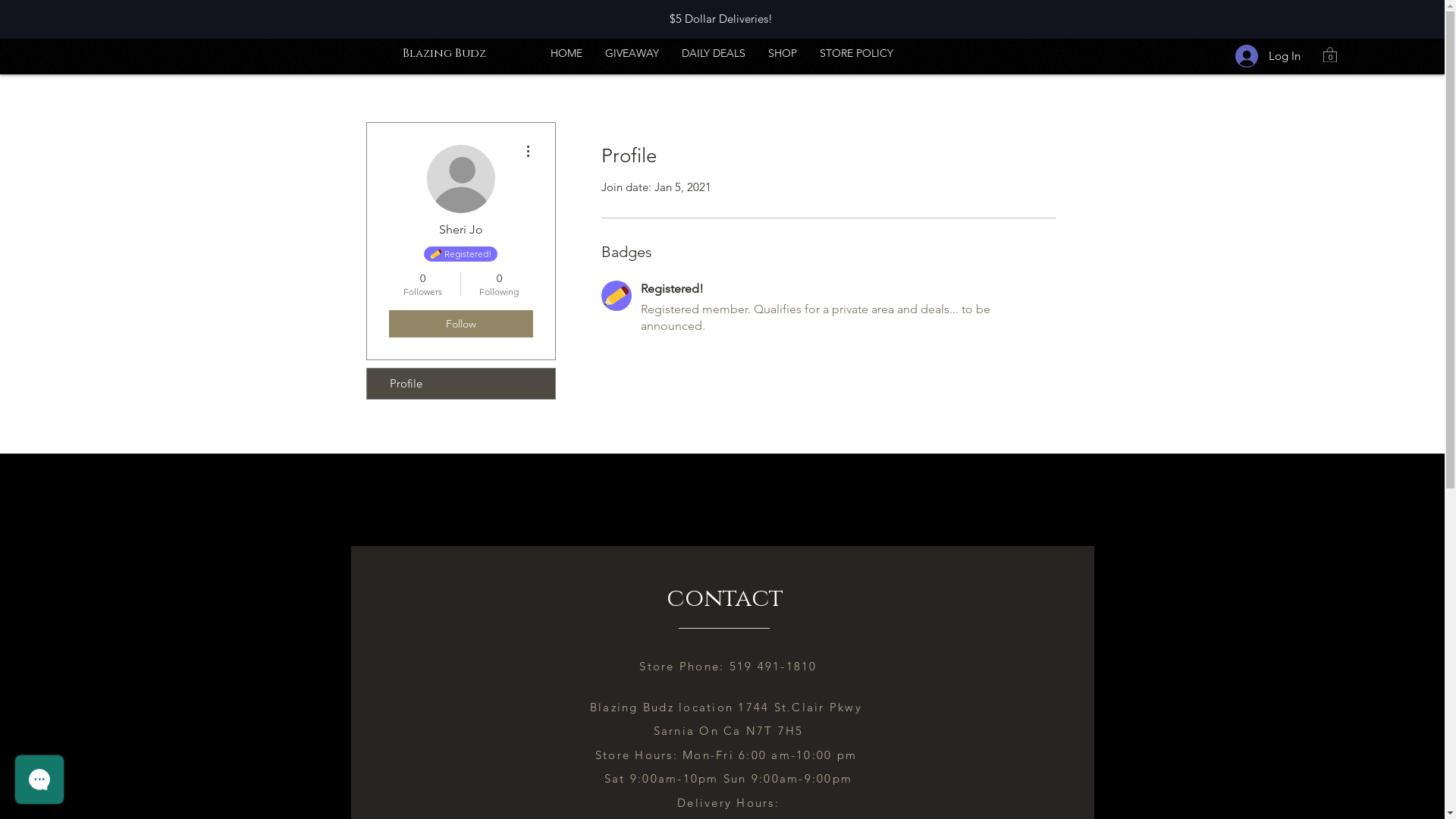 Image resolution: width=1456 pixels, height=819 pixels. Describe the element at coordinates (422, 284) in the screenshot. I see `'0` at that location.